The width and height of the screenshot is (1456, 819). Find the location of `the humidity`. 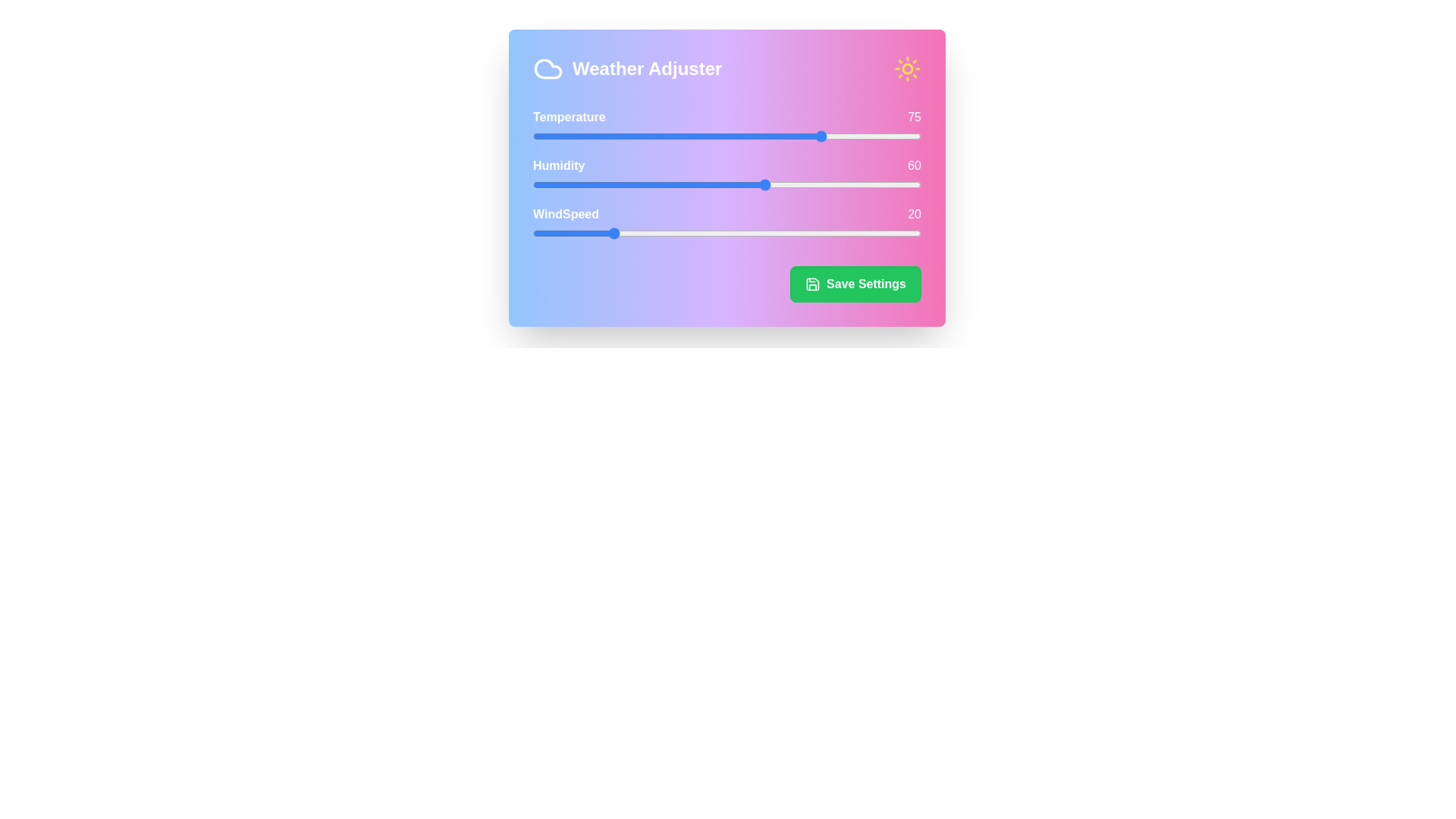

the humidity is located at coordinates (792, 184).